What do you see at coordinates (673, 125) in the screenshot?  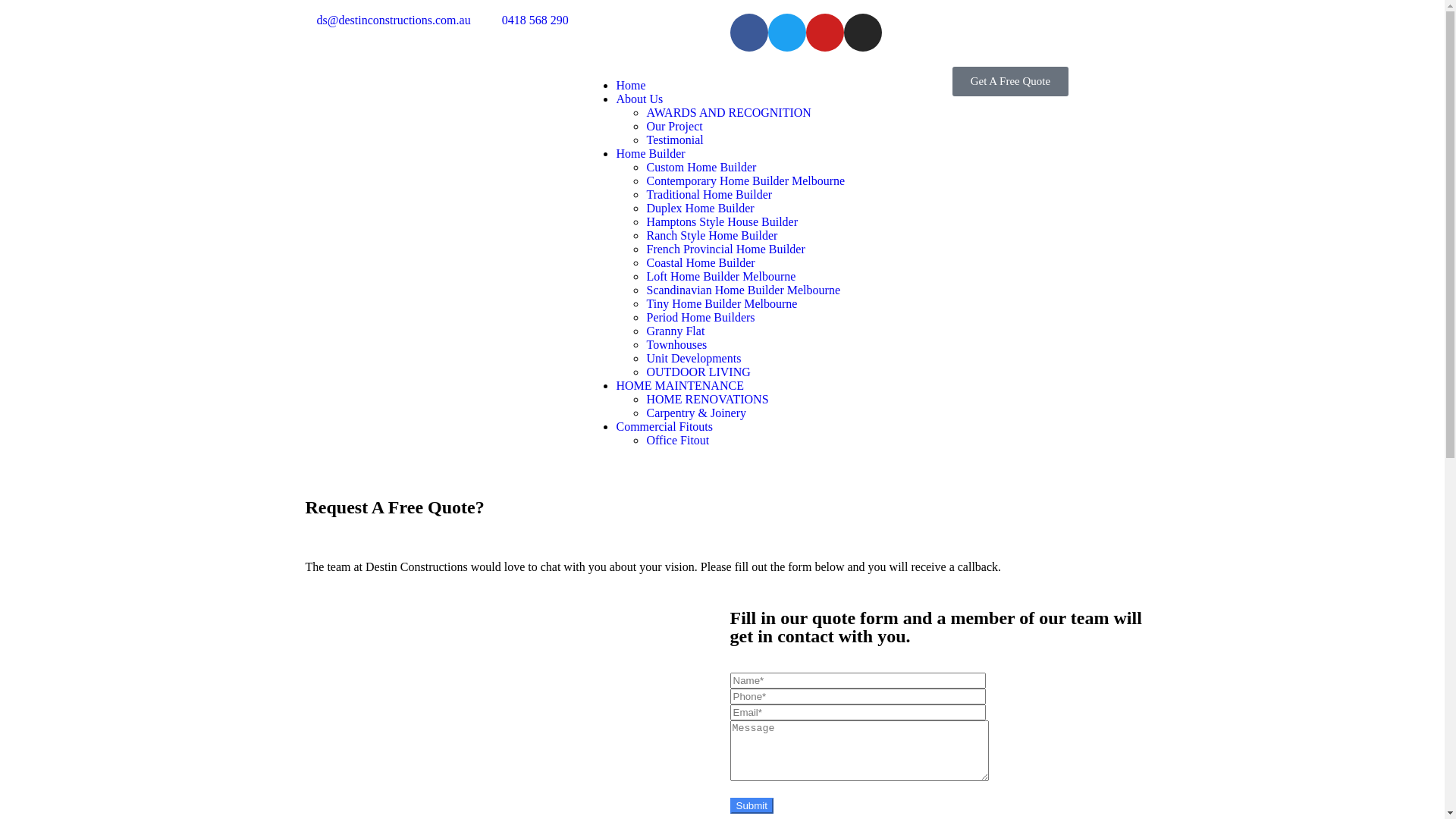 I see `'Our Project'` at bounding box center [673, 125].